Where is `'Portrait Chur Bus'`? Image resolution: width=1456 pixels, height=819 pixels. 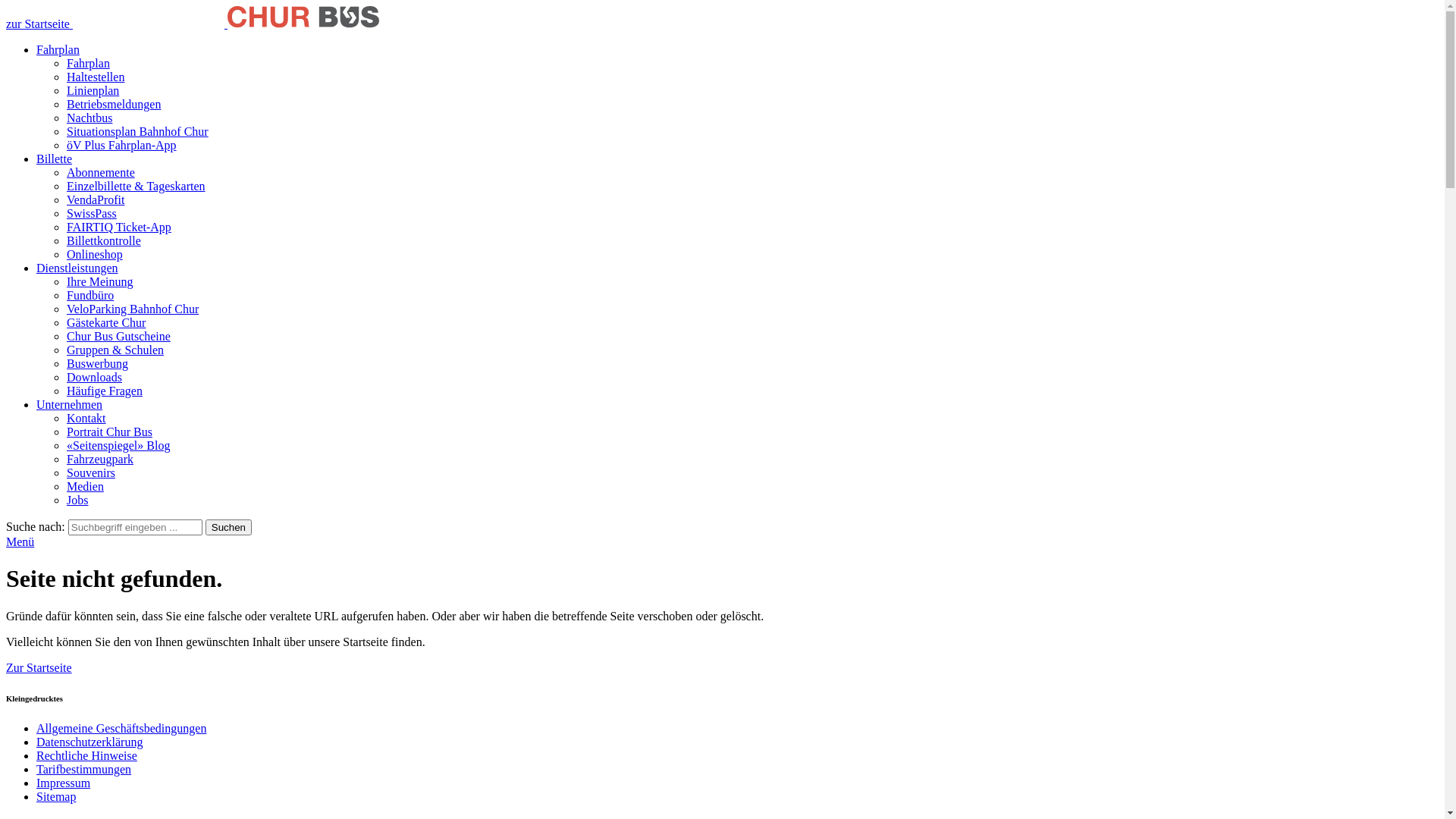
'Portrait Chur Bus' is located at coordinates (108, 431).